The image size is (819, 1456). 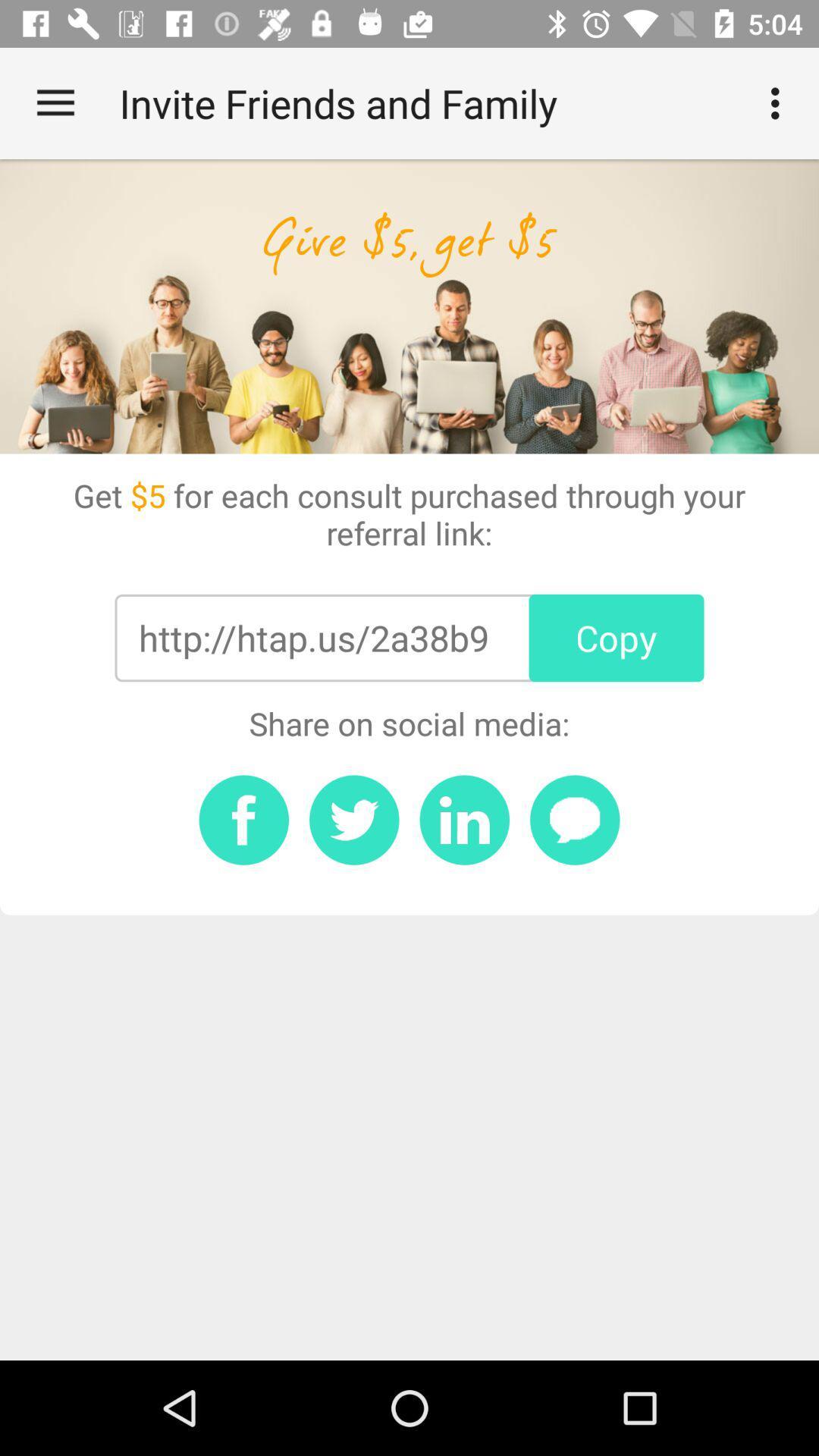 I want to click on share in a message, so click(x=575, y=819).